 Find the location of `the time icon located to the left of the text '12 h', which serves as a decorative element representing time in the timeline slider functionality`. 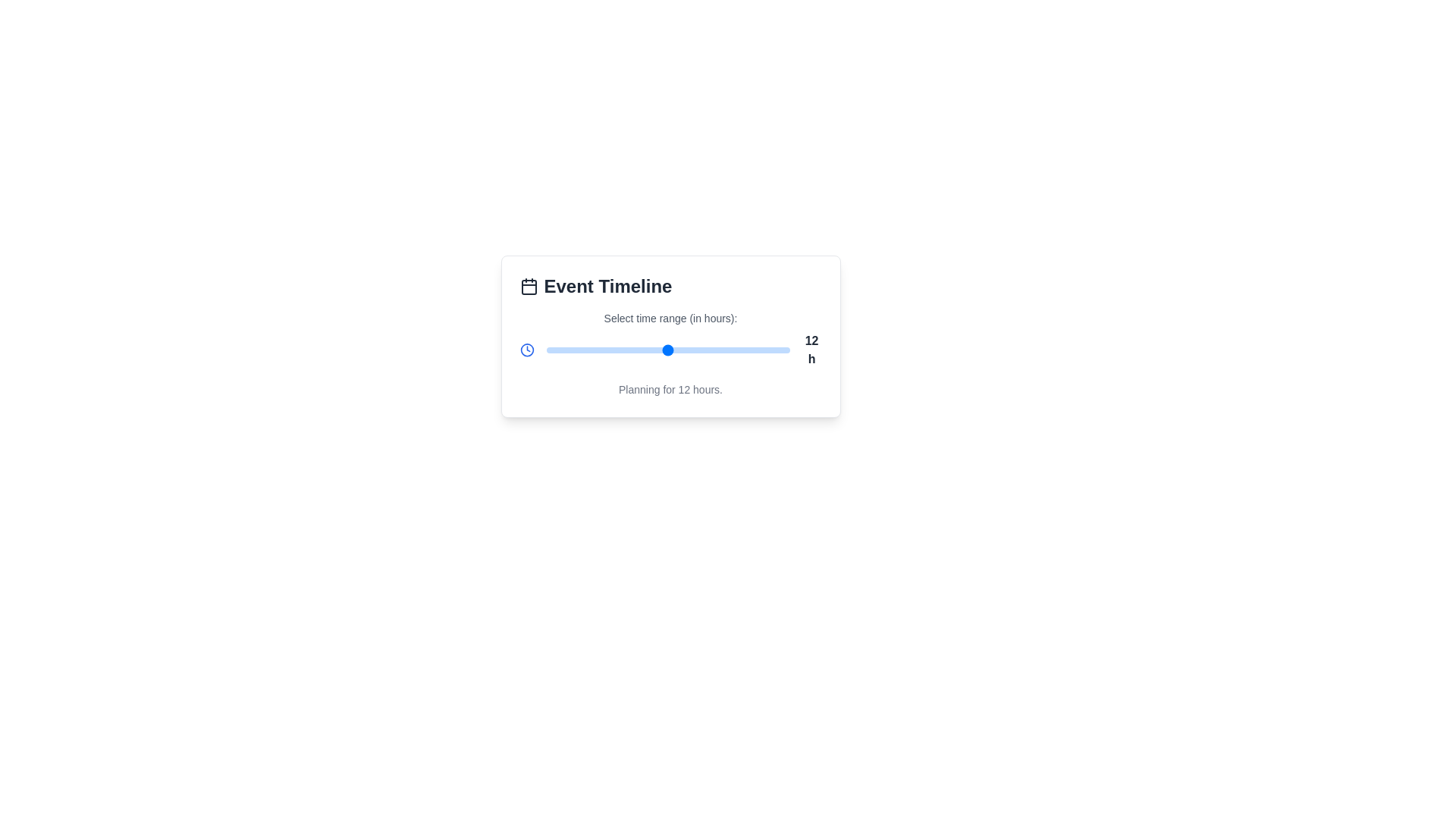

the time icon located to the left of the text '12 h', which serves as a decorative element representing time in the timeline slider functionality is located at coordinates (527, 350).